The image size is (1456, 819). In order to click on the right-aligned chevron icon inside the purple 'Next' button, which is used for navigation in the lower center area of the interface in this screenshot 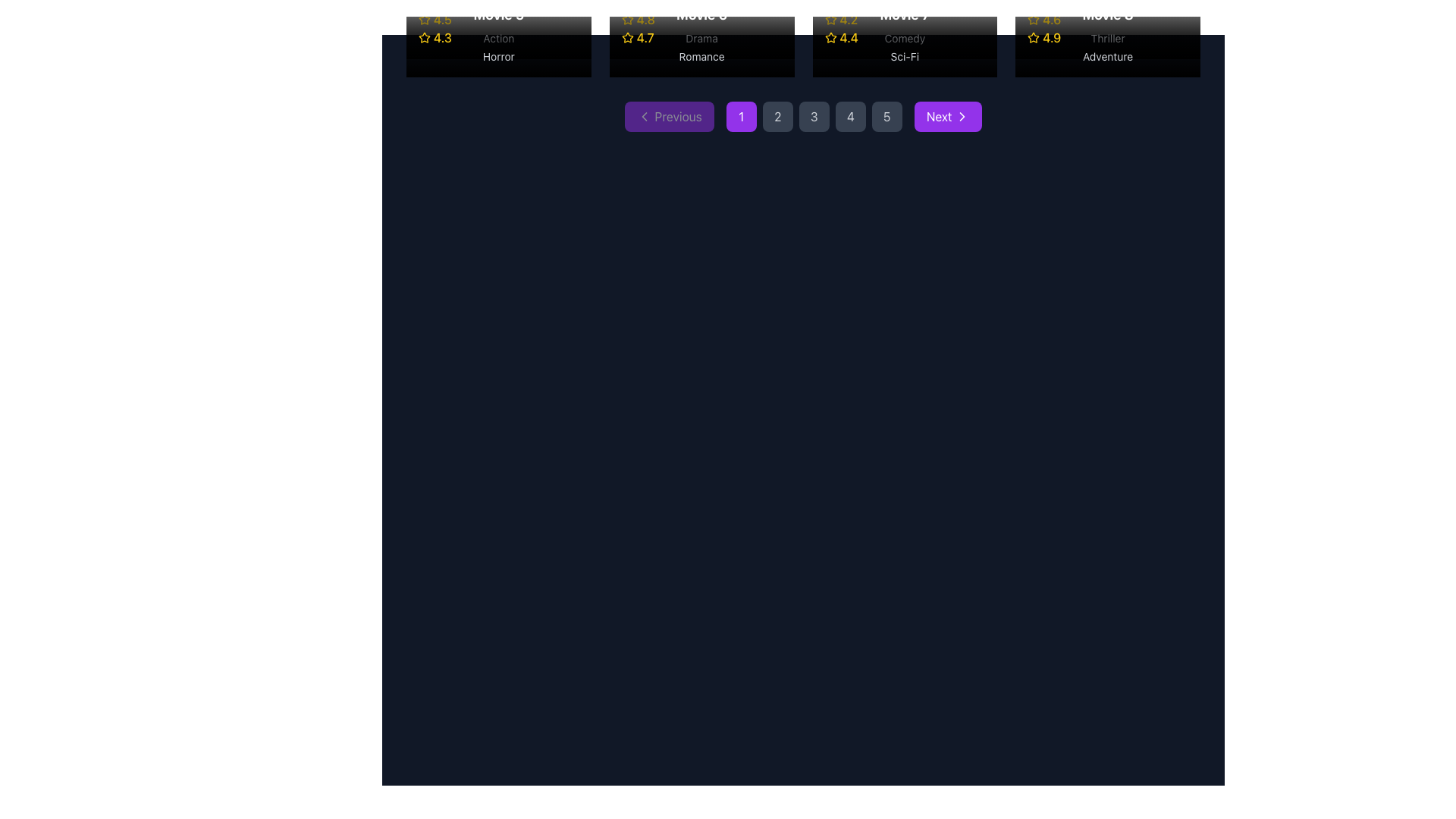, I will do `click(962, 116)`.